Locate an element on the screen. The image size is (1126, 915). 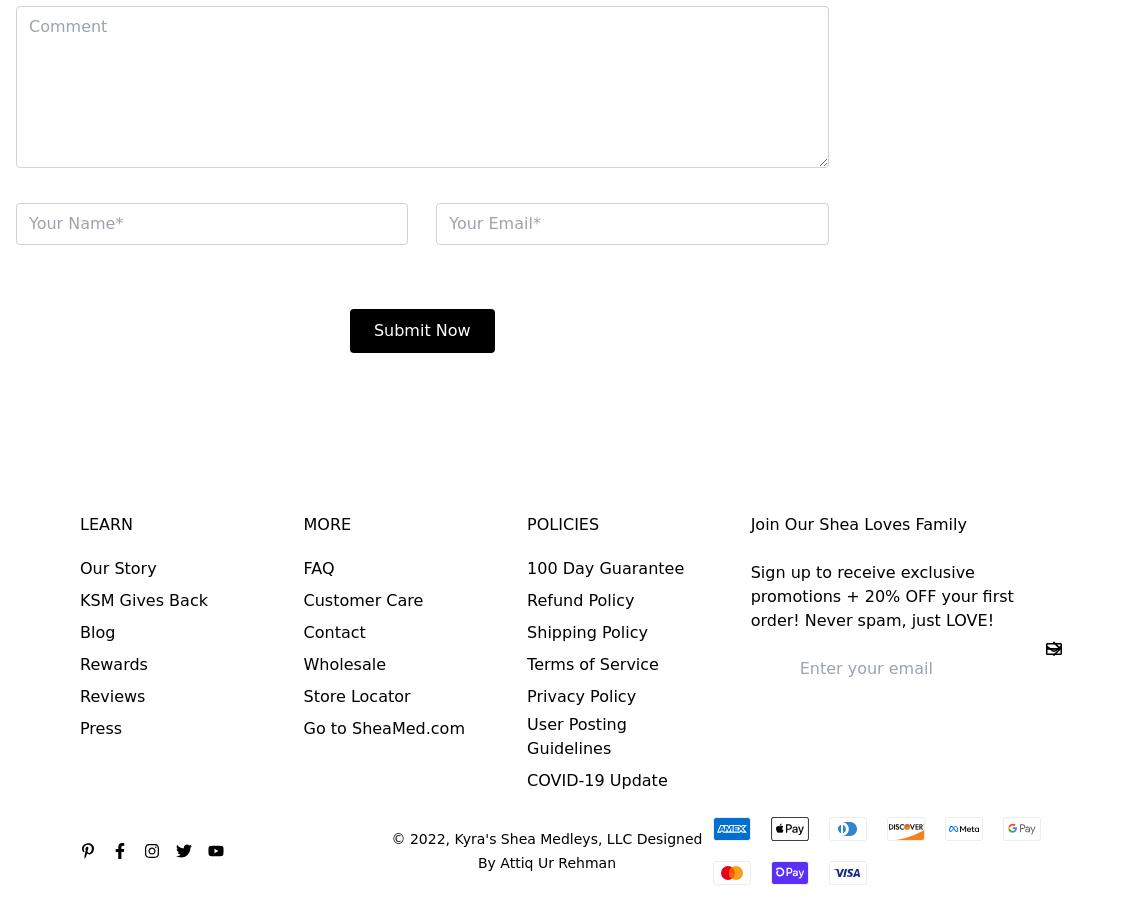
'COVID-19 Update' is located at coordinates (596, 779).